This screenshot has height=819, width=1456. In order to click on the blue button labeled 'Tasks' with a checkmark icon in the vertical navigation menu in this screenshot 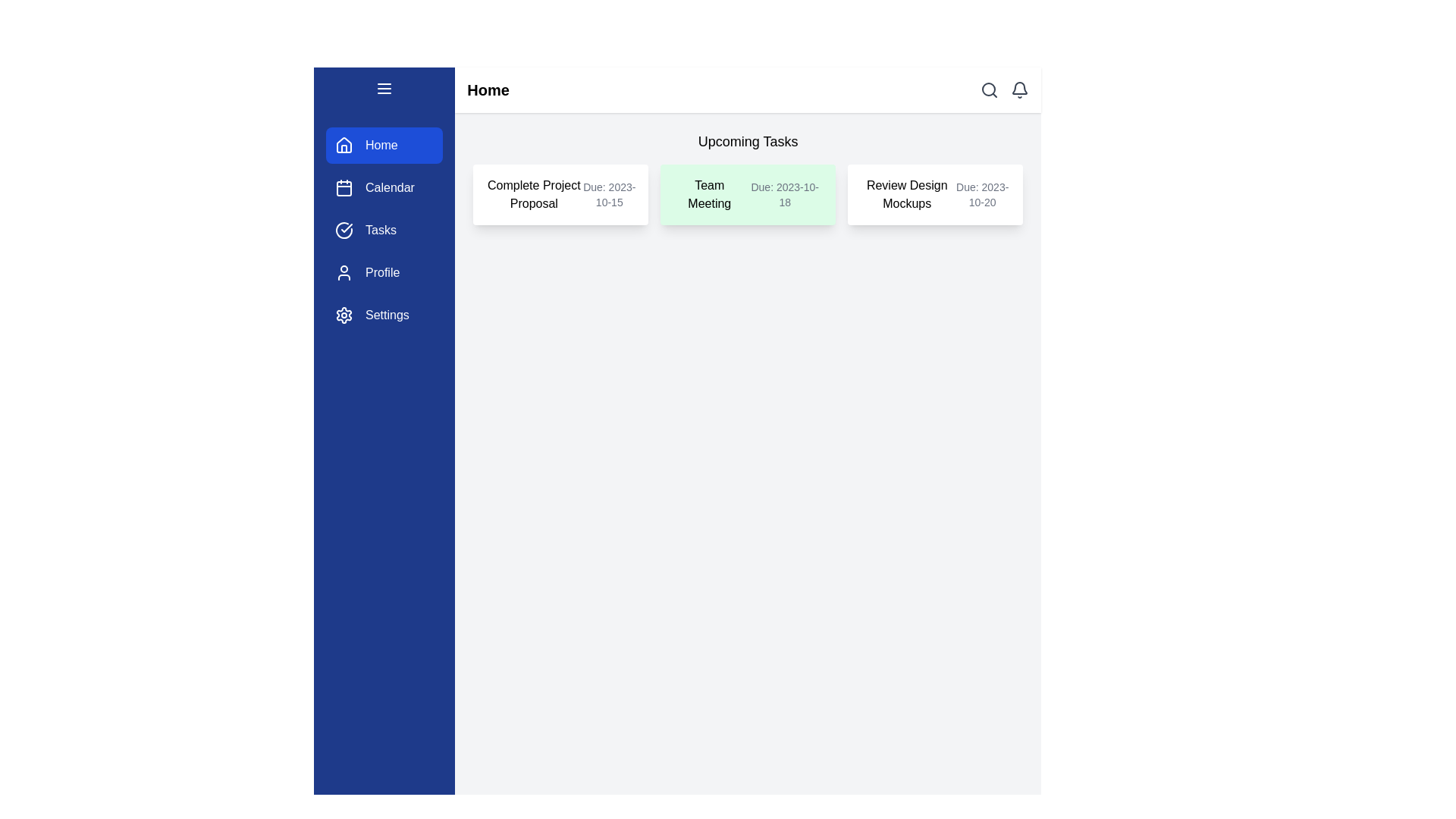, I will do `click(384, 231)`.